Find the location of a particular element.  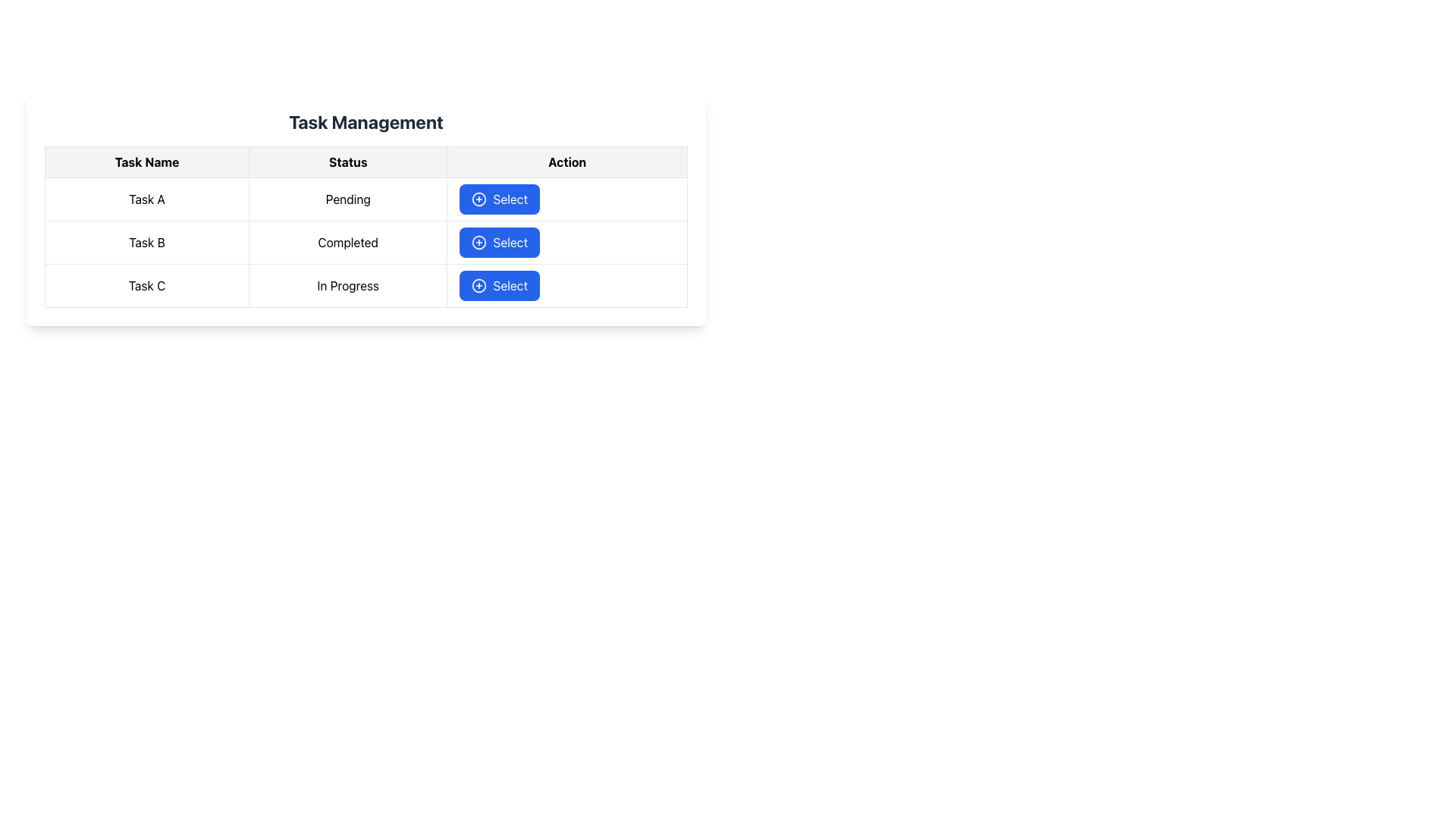

the third row of the task management table that contains 'Task C', 'In Progress', and the blue 'Select' button is located at coordinates (366, 286).